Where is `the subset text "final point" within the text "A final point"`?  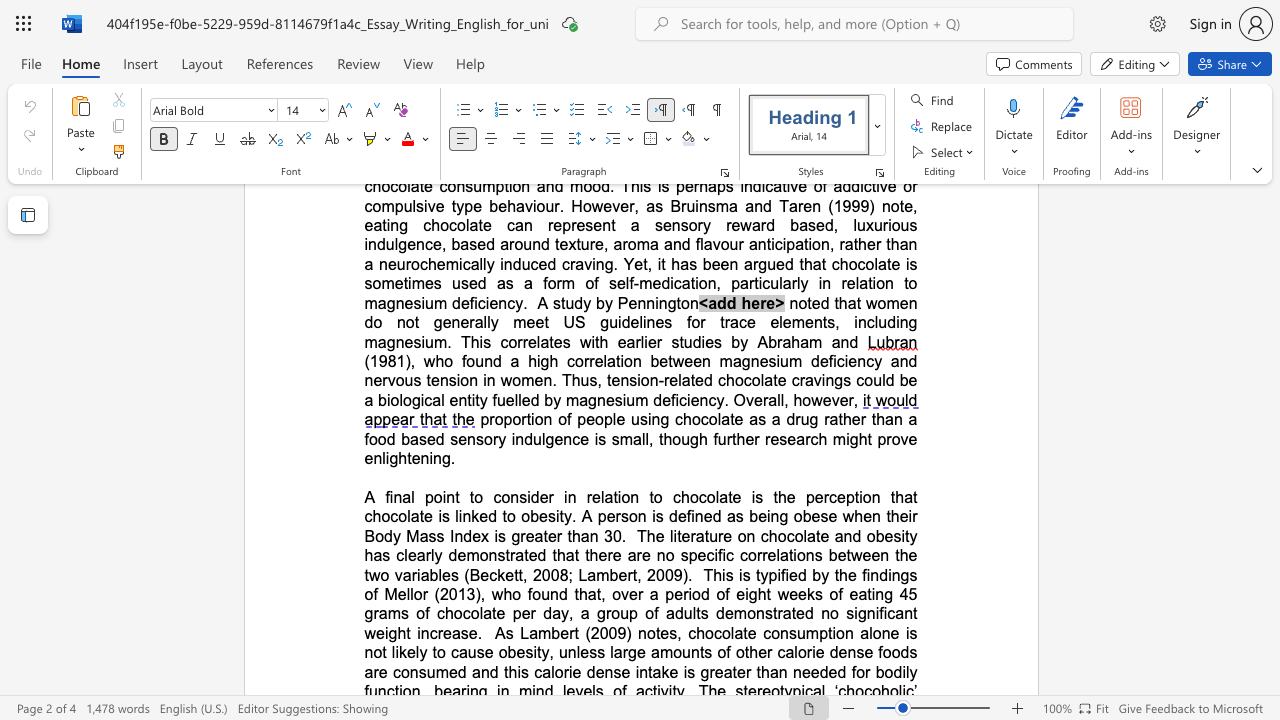 the subset text "final point" within the text "A final point" is located at coordinates (385, 496).